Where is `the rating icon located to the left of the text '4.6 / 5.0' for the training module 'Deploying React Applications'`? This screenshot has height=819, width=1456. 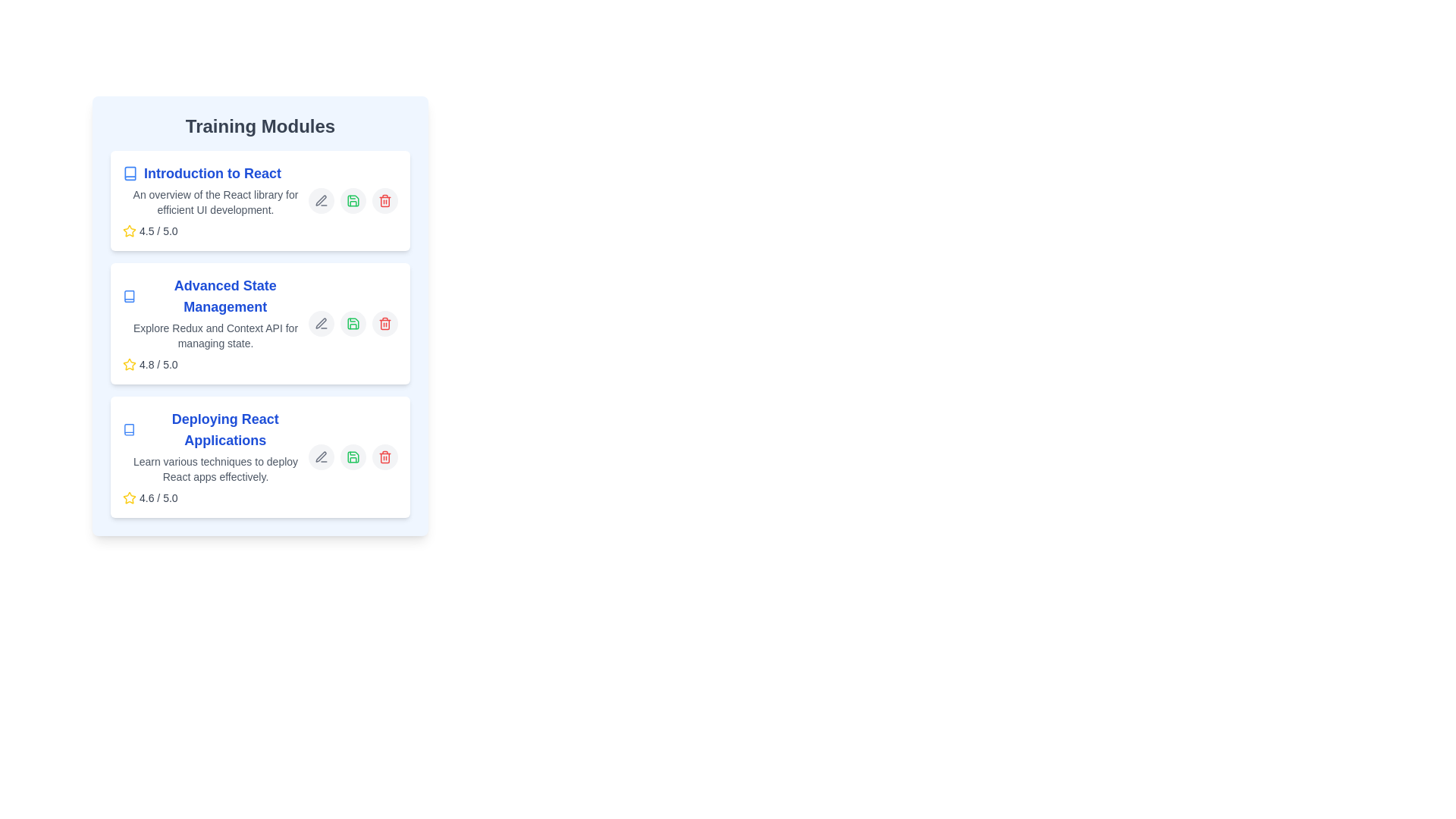 the rating icon located to the left of the text '4.6 / 5.0' for the training module 'Deploying React Applications' is located at coordinates (130, 497).